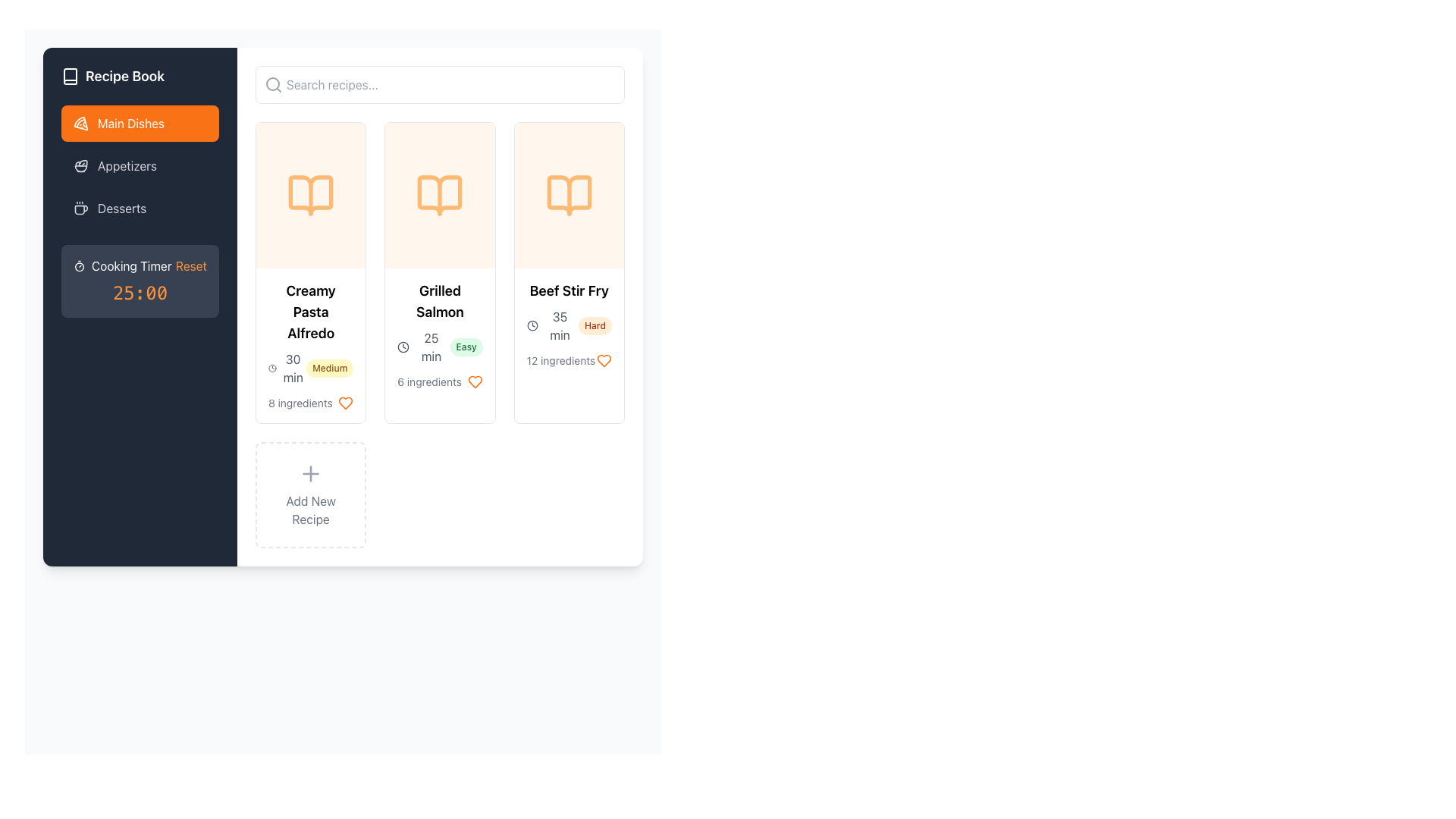 The width and height of the screenshot is (1456, 819). Describe the element at coordinates (300, 403) in the screenshot. I see `the static text label that provides information on the count of ingredients required for the respective recipe, located at the bottom-left corner of the third recipe card` at that location.